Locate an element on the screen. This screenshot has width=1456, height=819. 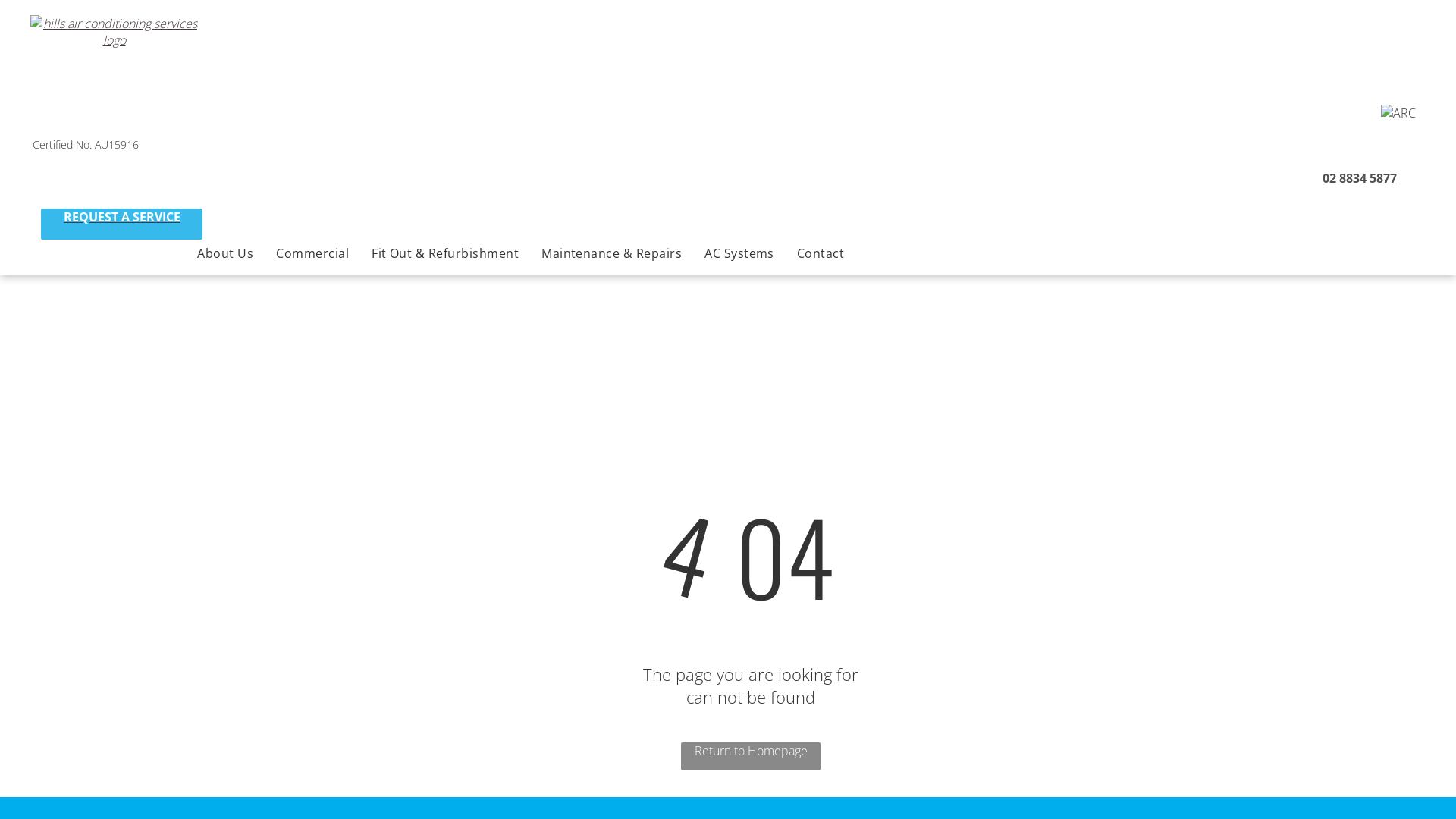
'Maintenance & Repairs' is located at coordinates (530, 253).